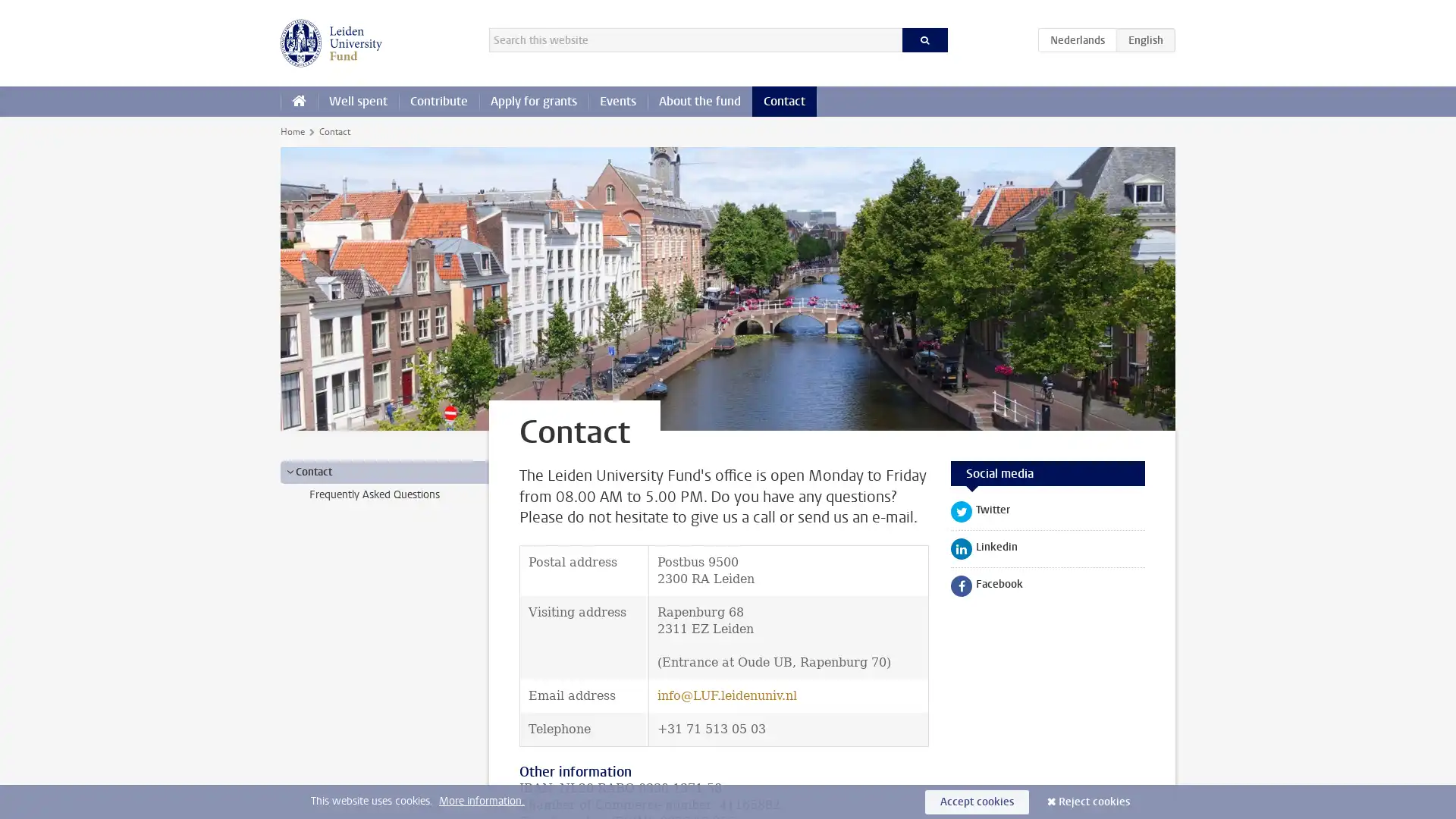  Describe the element at coordinates (977, 801) in the screenshot. I see `Accept cookies` at that location.